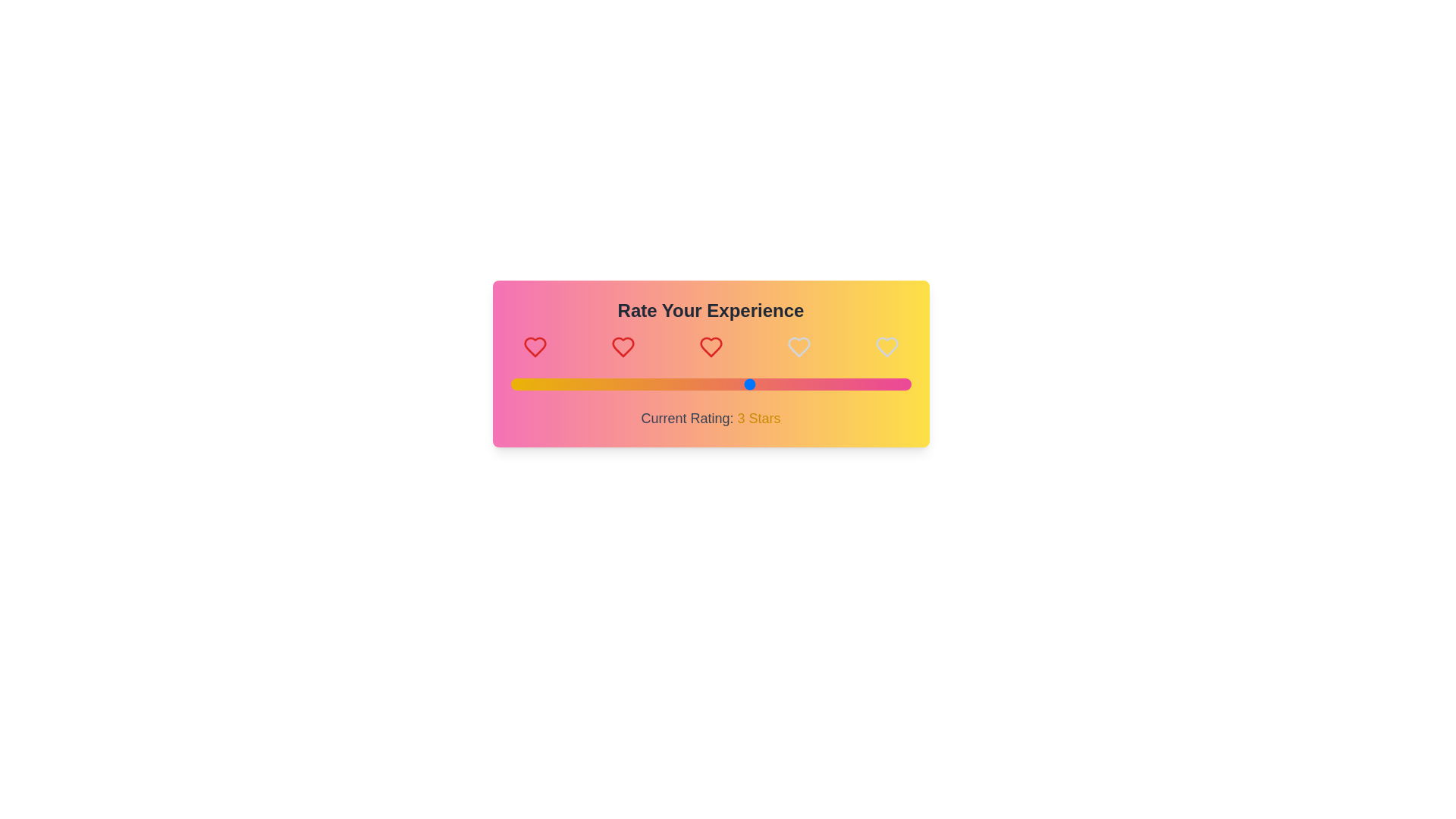  What do you see at coordinates (590, 383) in the screenshot?
I see `the rating slider to 1 stars` at bounding box center [590, 383].